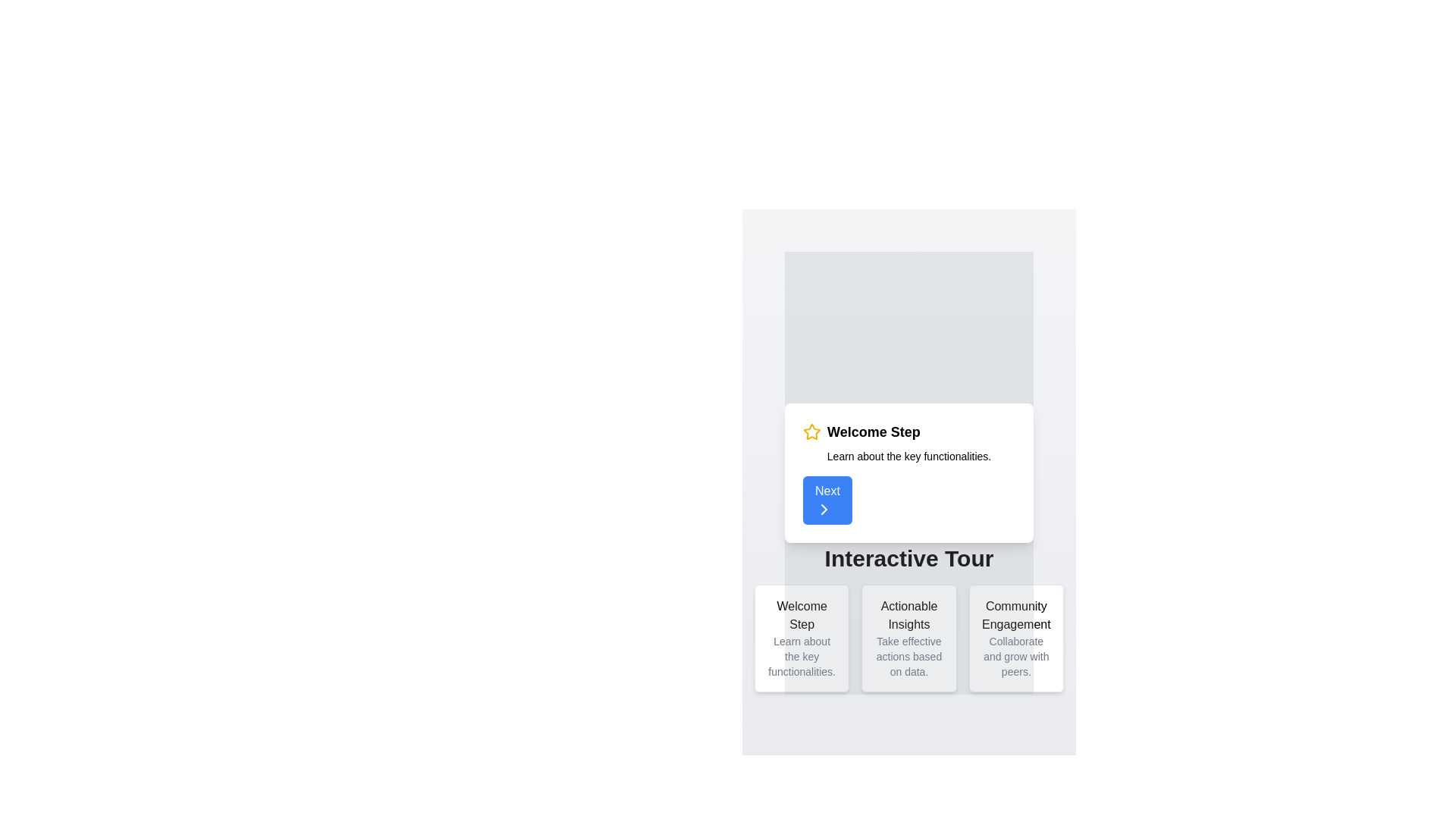  Describe the element at coordinates (909, 558) in the screenshot. I see `text label located at the bottom of the central card layout, which serves as a heading for the interactive guided tour` at that location.